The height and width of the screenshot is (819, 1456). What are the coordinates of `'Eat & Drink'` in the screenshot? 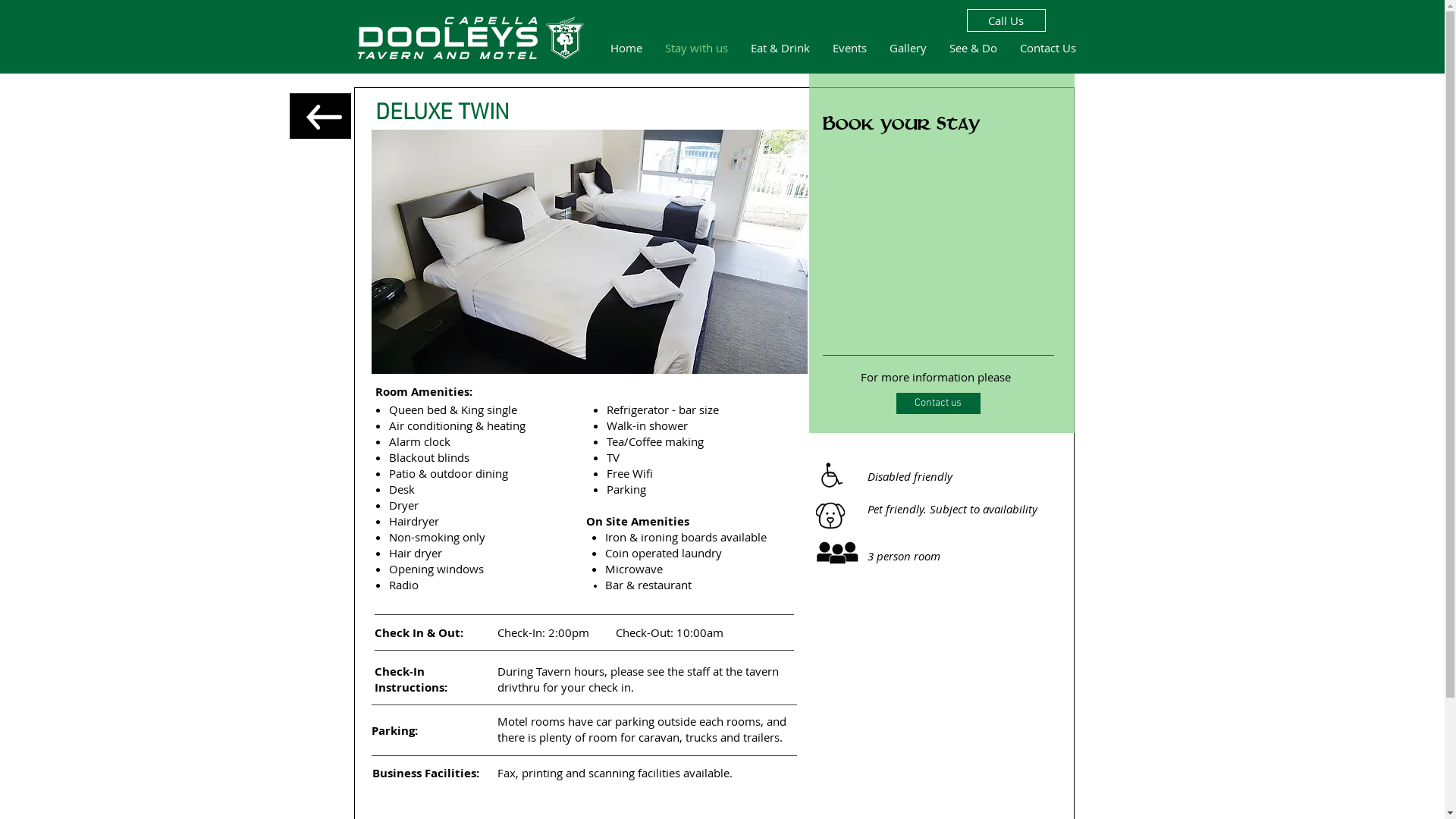 It's located at (739, 46).